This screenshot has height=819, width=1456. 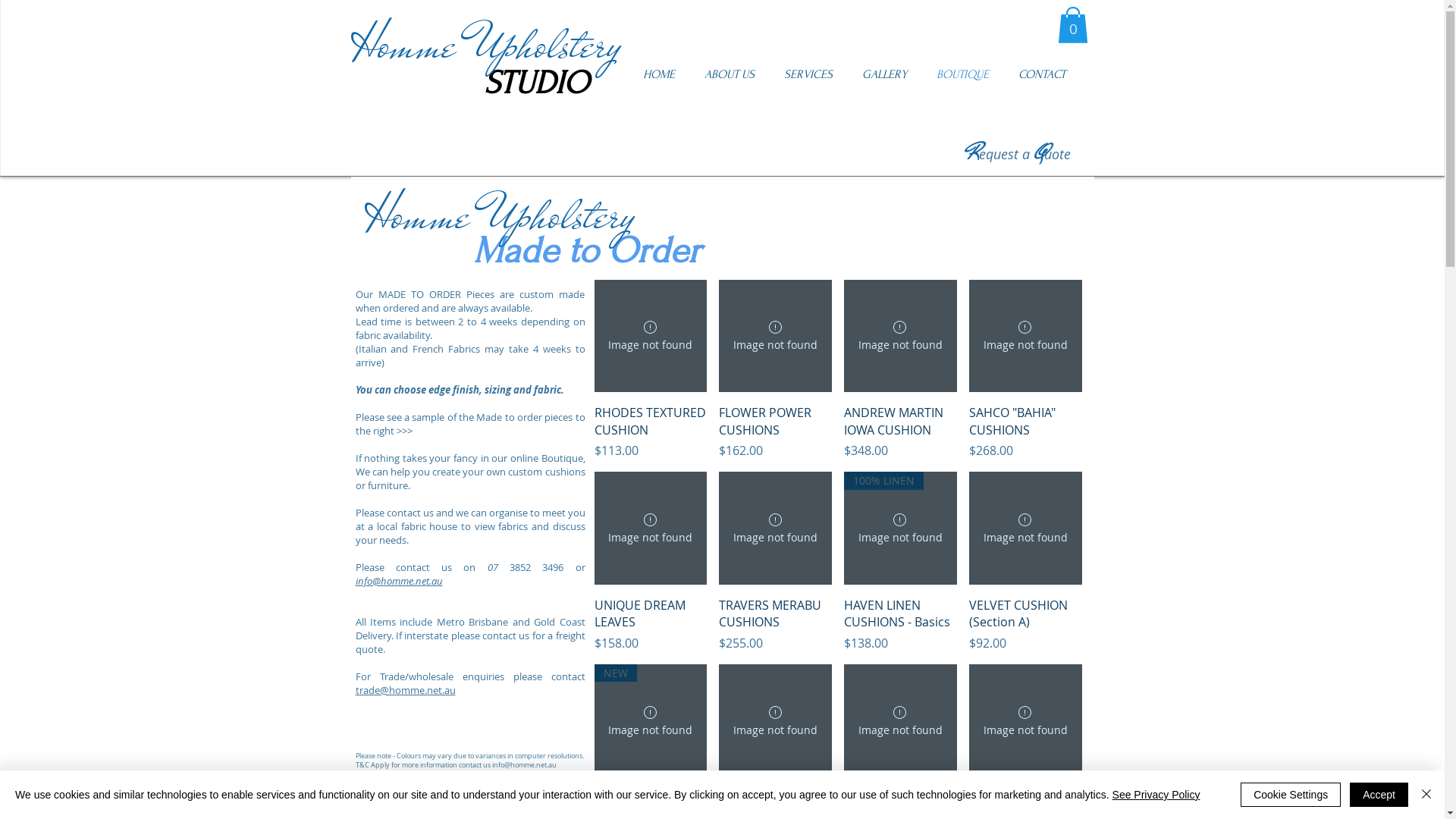 What do you see at coordinates (775, 431) in the screenshot?
I see `'FLOWER POWER CUSHIONS` at bounding box center [775, 431].